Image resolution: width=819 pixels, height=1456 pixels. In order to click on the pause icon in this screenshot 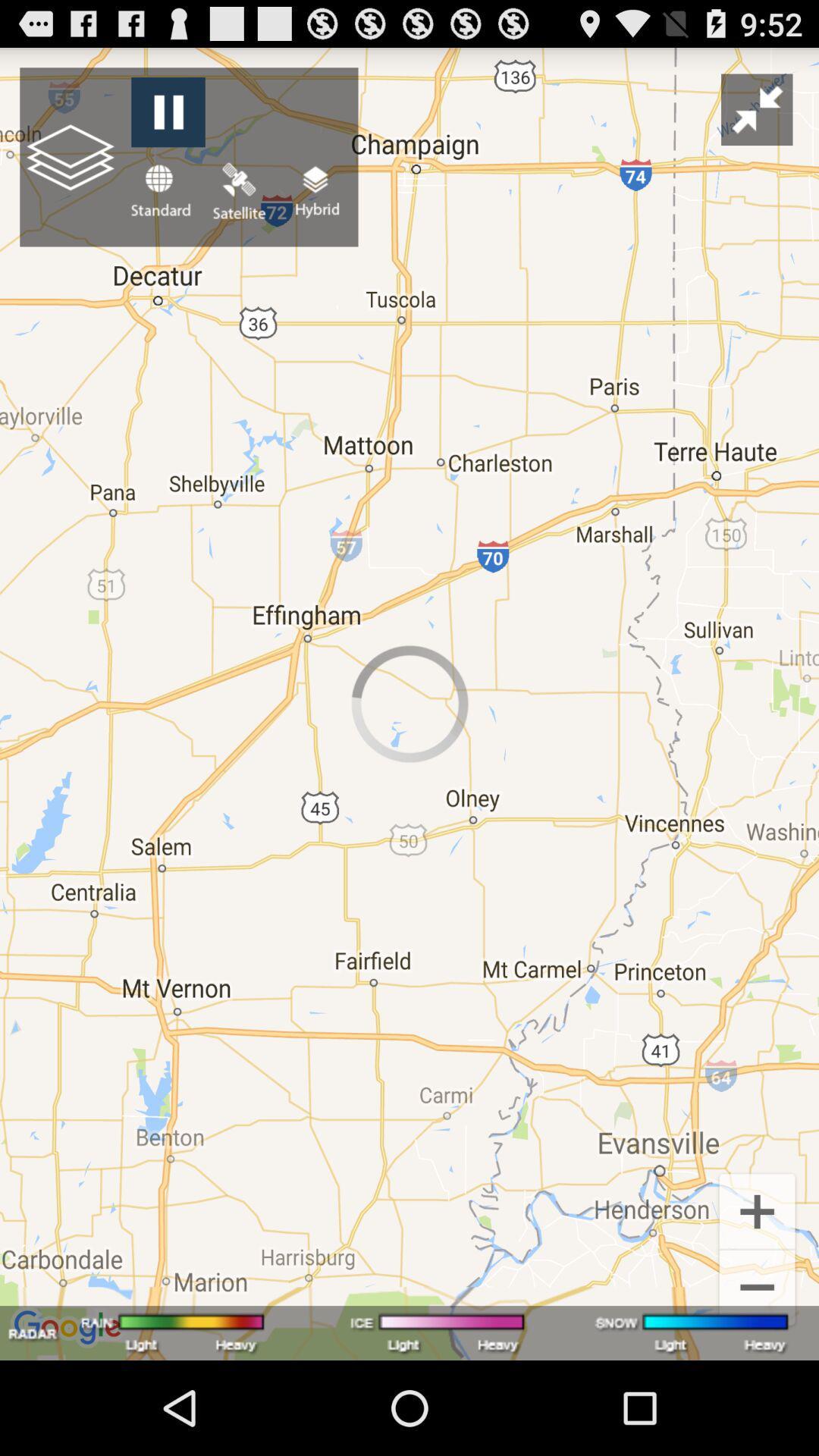, I will do `click(168, 119)`.